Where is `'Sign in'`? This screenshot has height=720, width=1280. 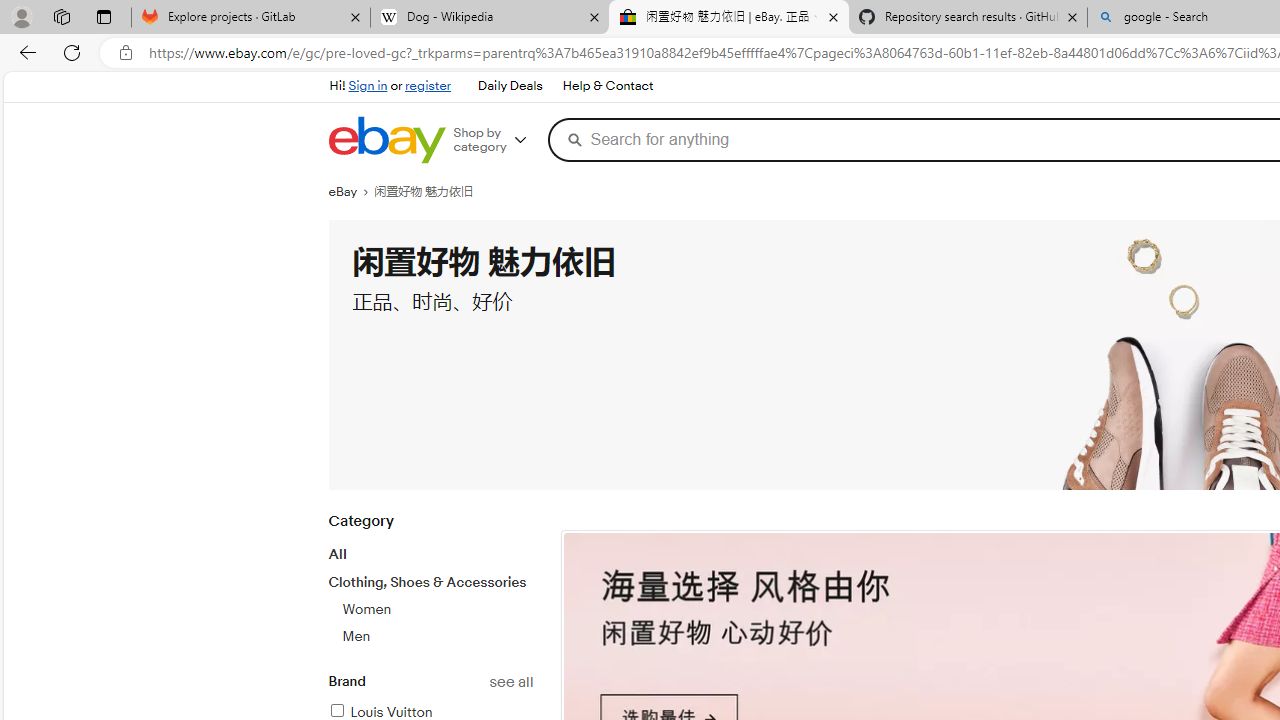
'Sign in' is located at coordinates (368, 85).